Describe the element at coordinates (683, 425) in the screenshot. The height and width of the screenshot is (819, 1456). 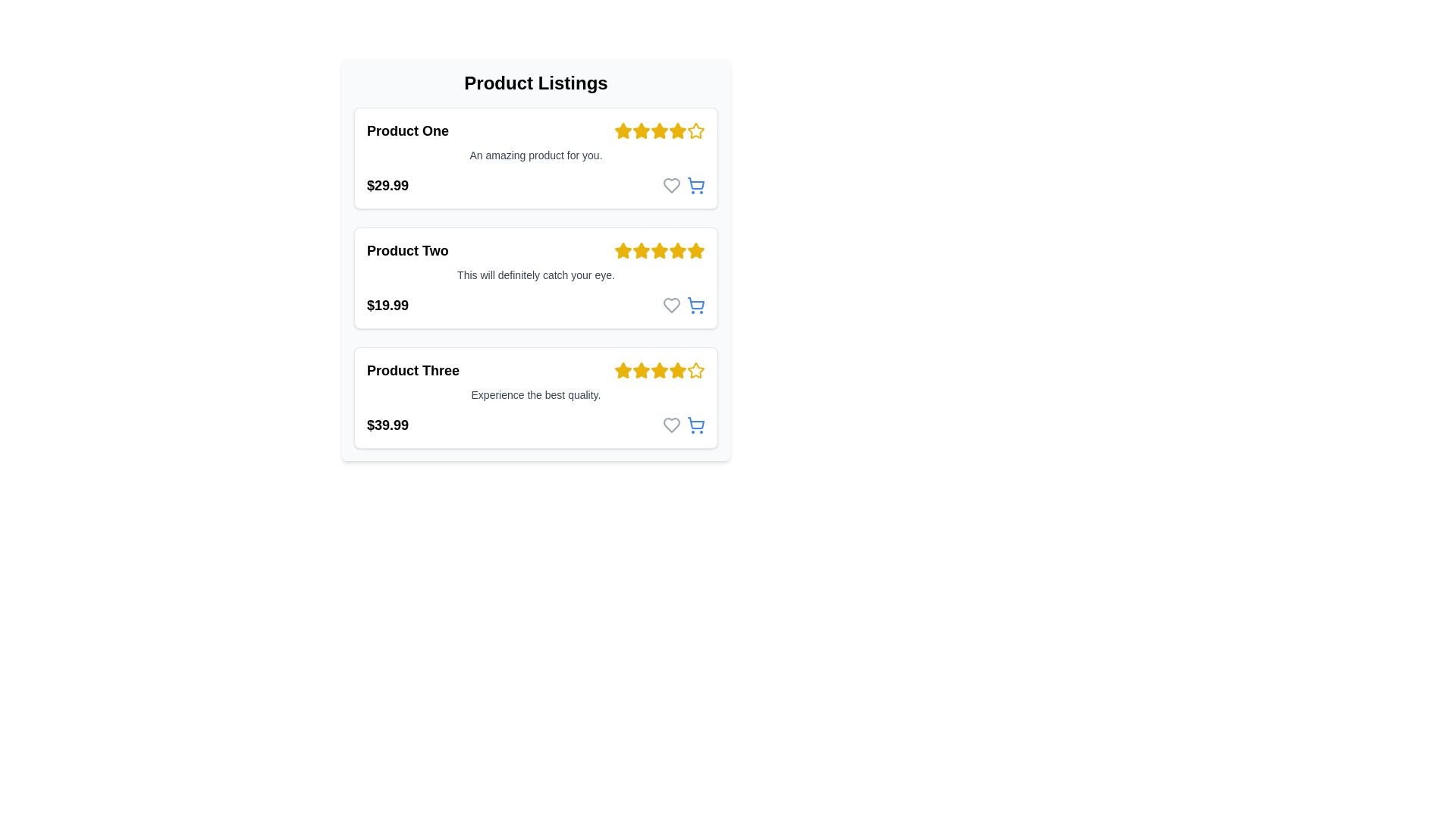
I see `the shopping cart icon located in the bottom-right corner of the 'Product Three' card` at that location.